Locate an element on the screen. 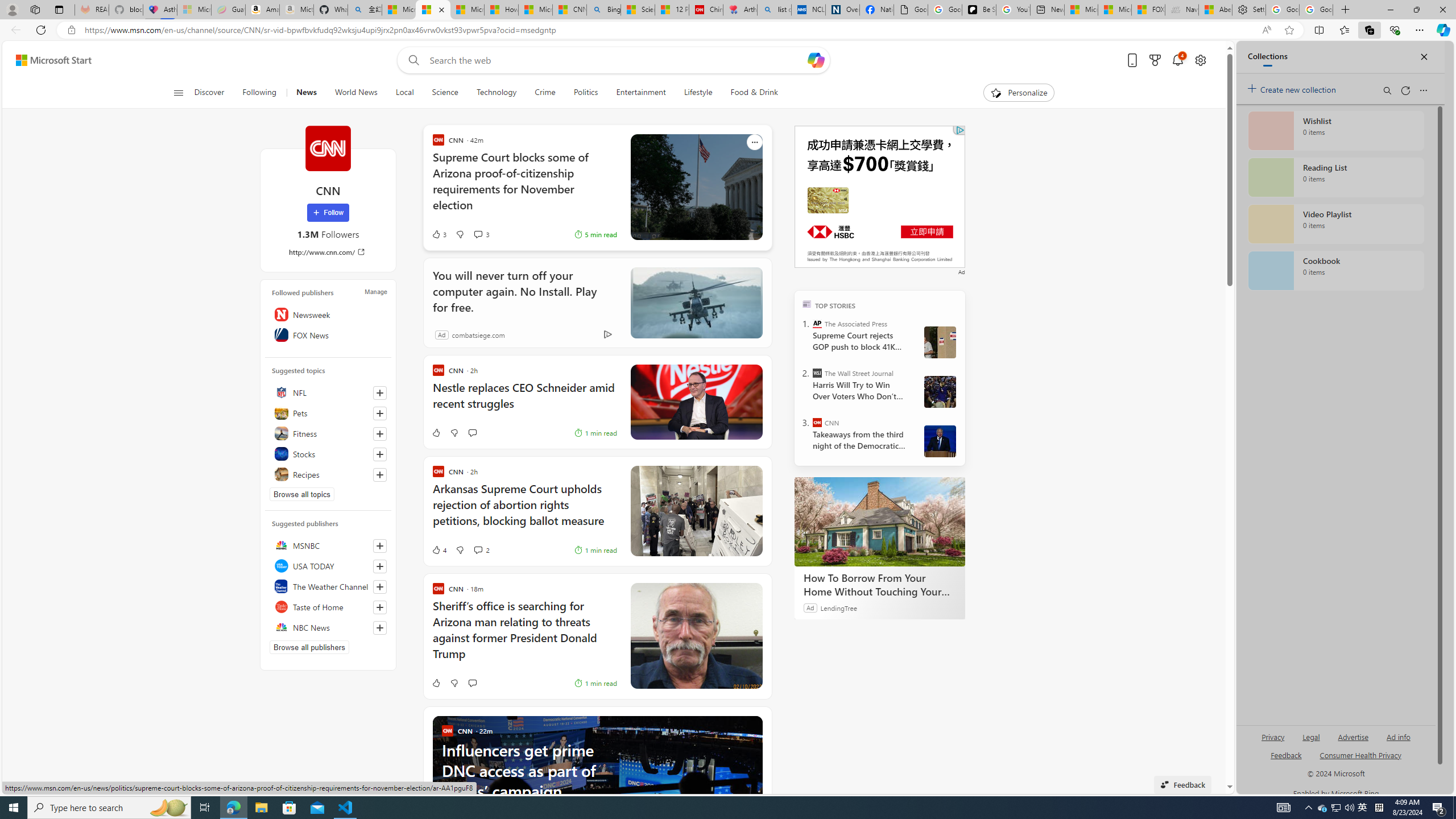  'Discover' is located at coordinates (208, 92).